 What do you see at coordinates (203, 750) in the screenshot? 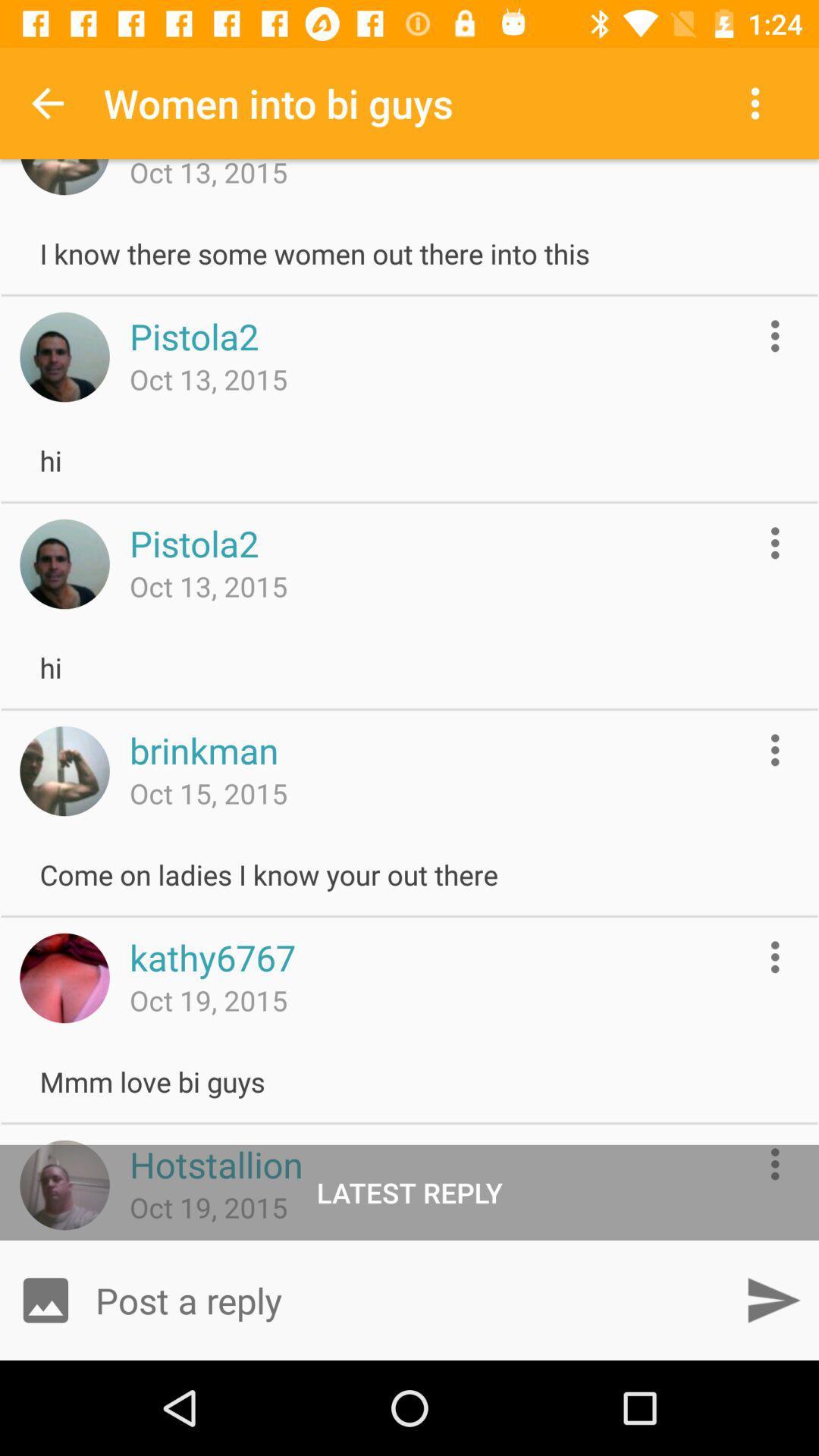
I see `the brinkman item` at bounding box center [203, 750].